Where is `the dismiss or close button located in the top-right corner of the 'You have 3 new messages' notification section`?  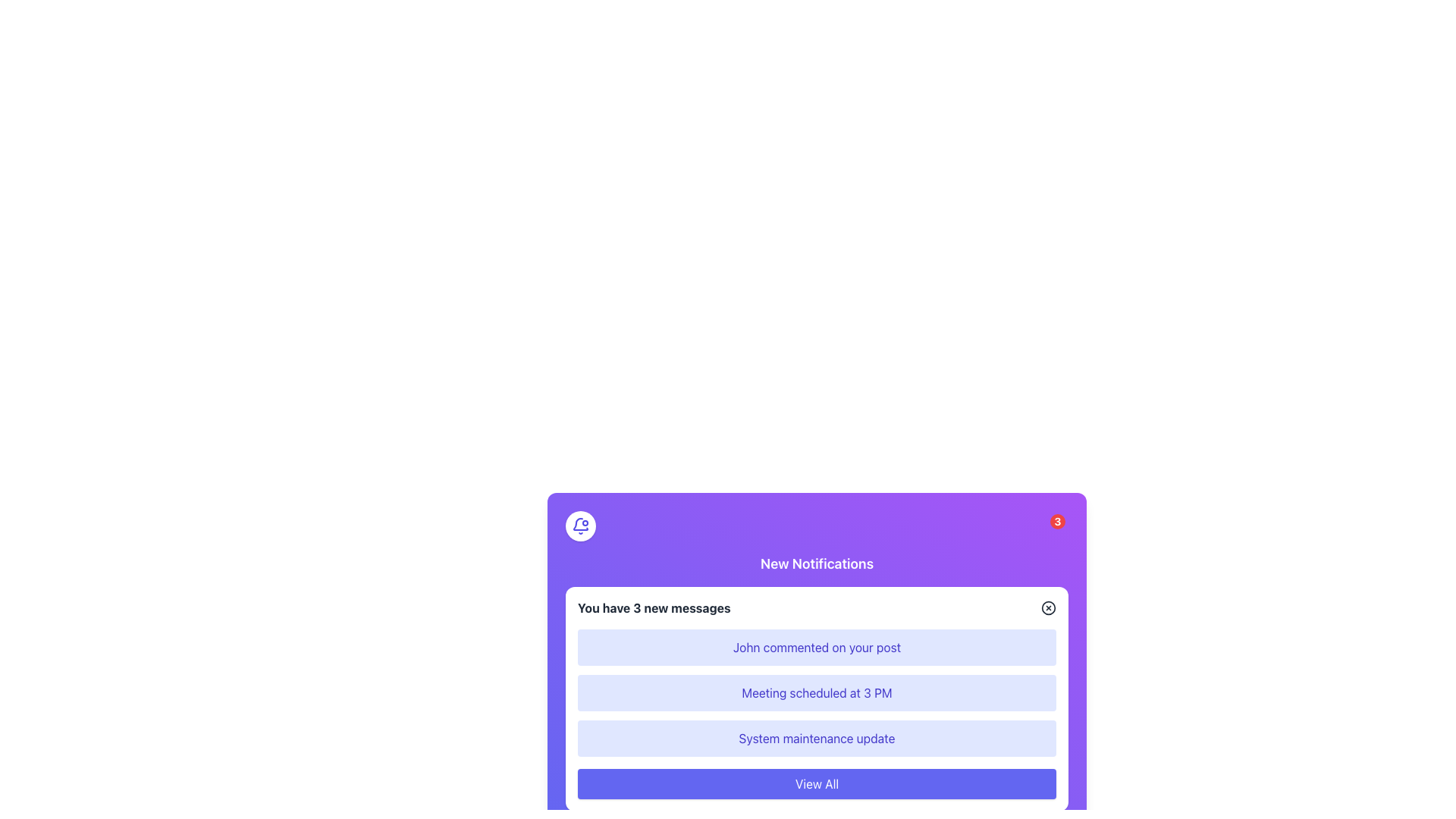
the dismiss or close button located in the top-right corner of the 'You have 3 new messages' notification section is located at coordinates (1047, 607).